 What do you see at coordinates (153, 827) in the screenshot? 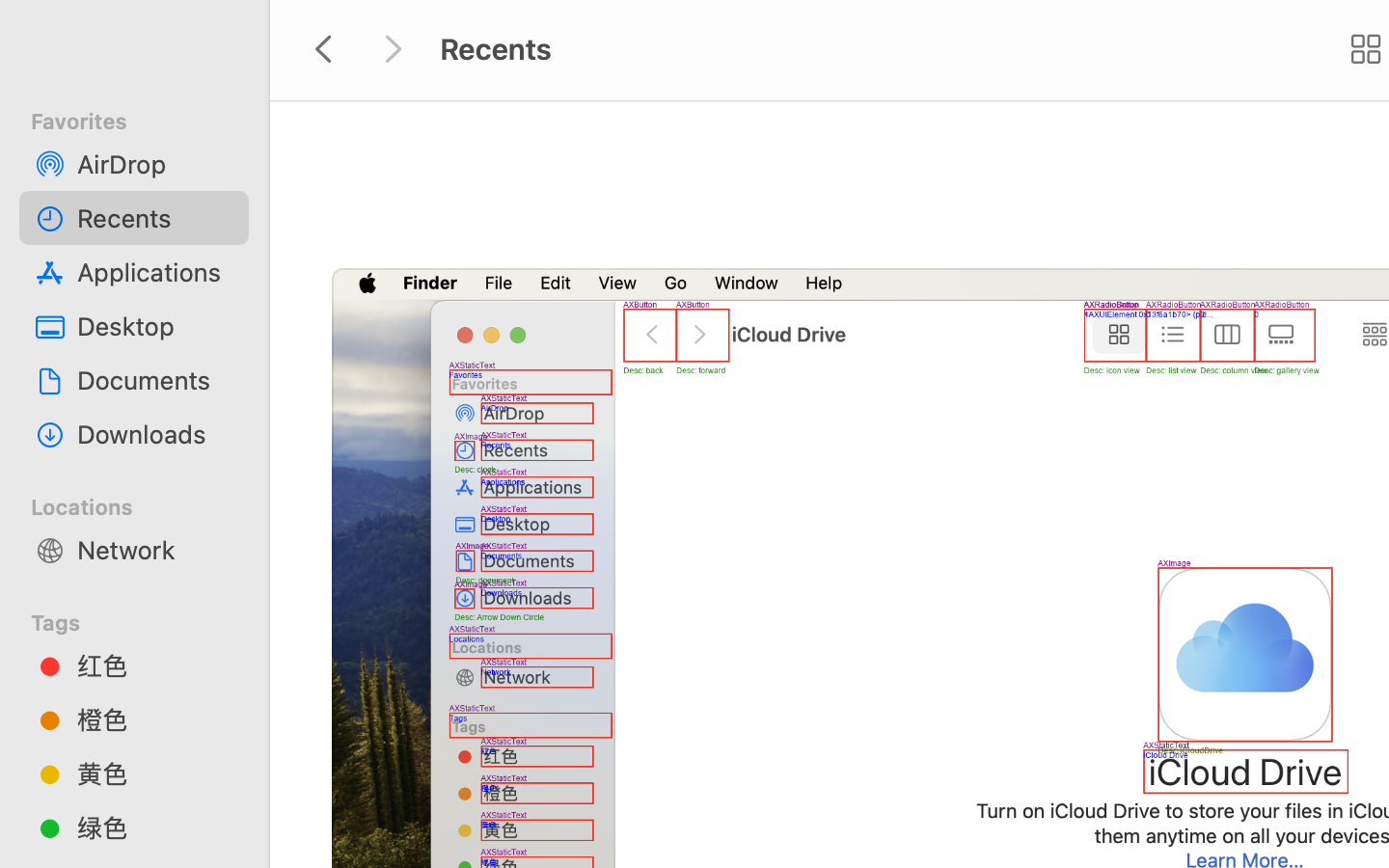
I see `'绿色'` at bounding box center [153, 827].